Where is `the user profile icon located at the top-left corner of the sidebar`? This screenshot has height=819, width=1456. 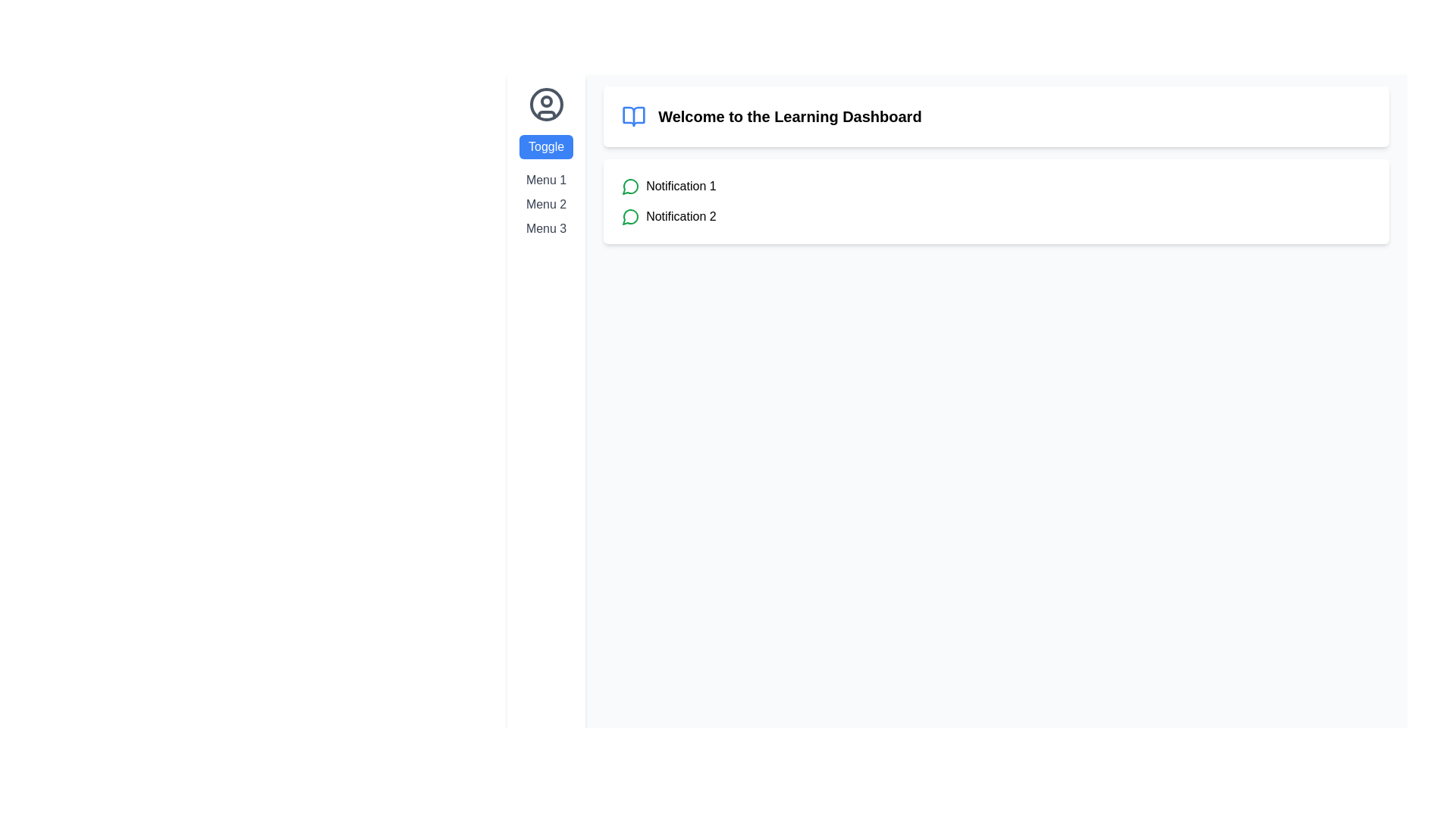
the user profile icon located at the top-left corner of the sidebar is located at coordinates (546, 104).